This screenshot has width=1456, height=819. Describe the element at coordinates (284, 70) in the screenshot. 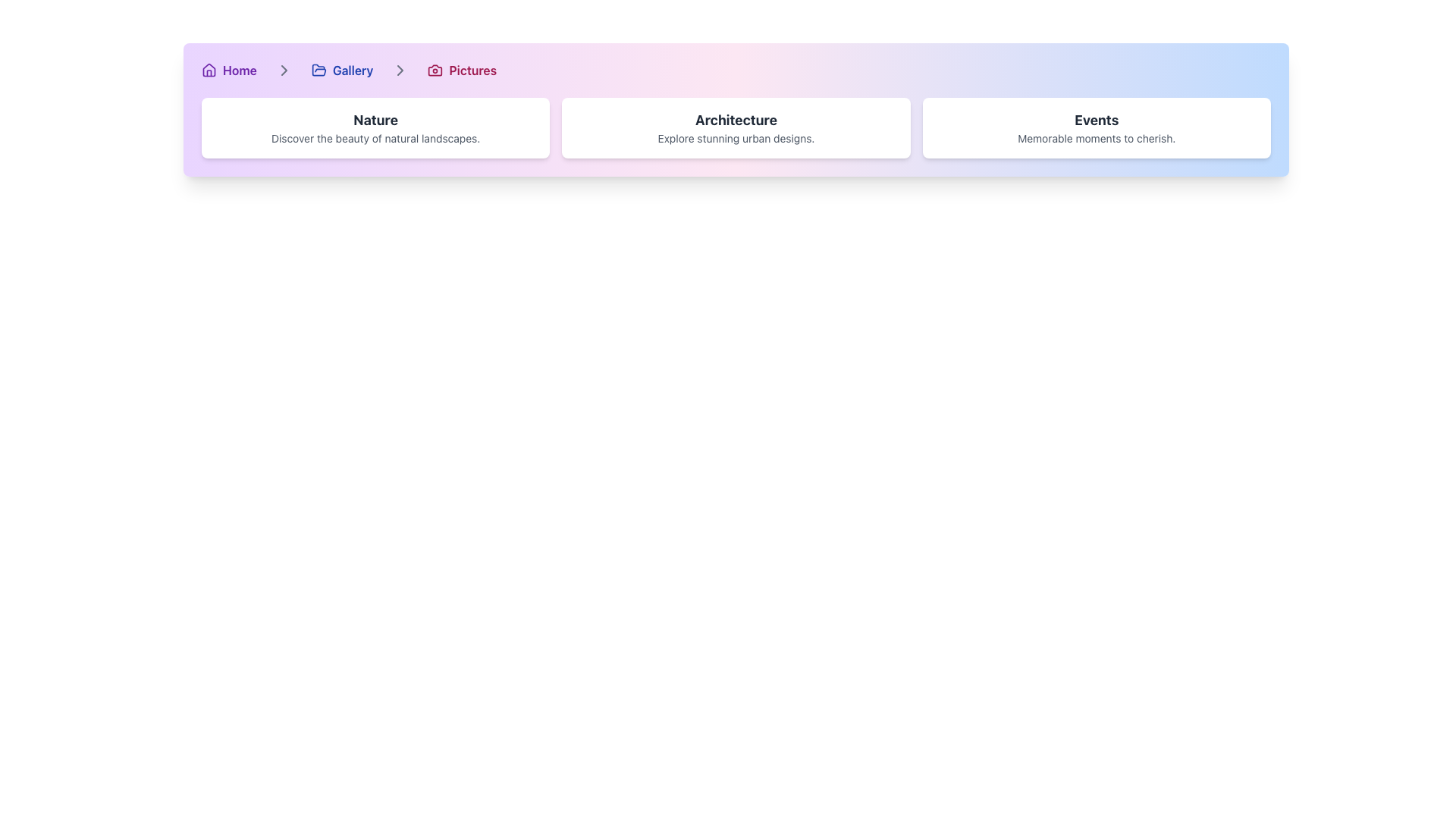

I see `the small right-pointing chevron icon in the breadcrumb navigation bar, positioned between 'Home' and 'Gallery'` at that location.